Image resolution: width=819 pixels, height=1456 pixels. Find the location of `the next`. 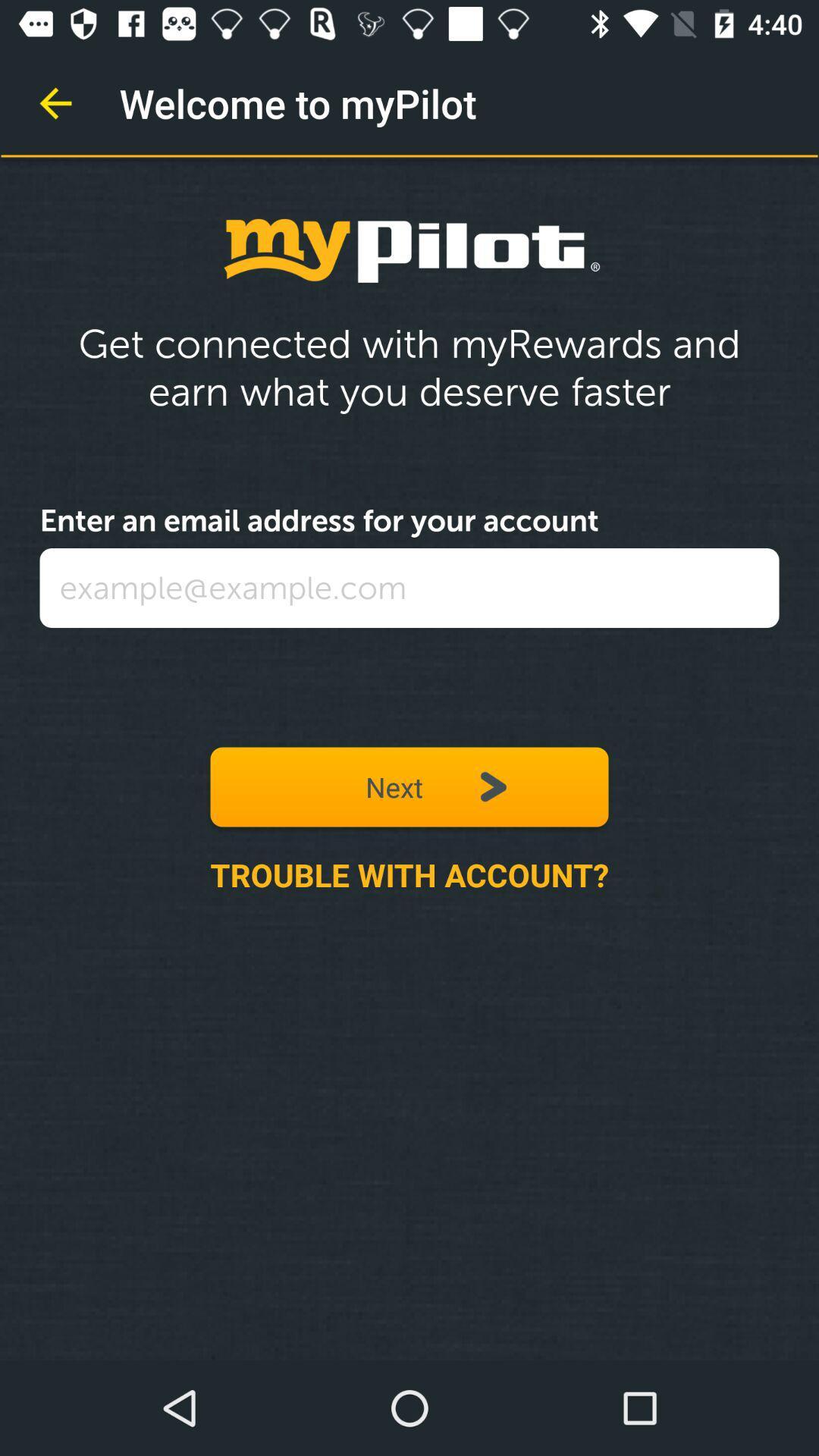

the next is located at coordinates (409, 786).